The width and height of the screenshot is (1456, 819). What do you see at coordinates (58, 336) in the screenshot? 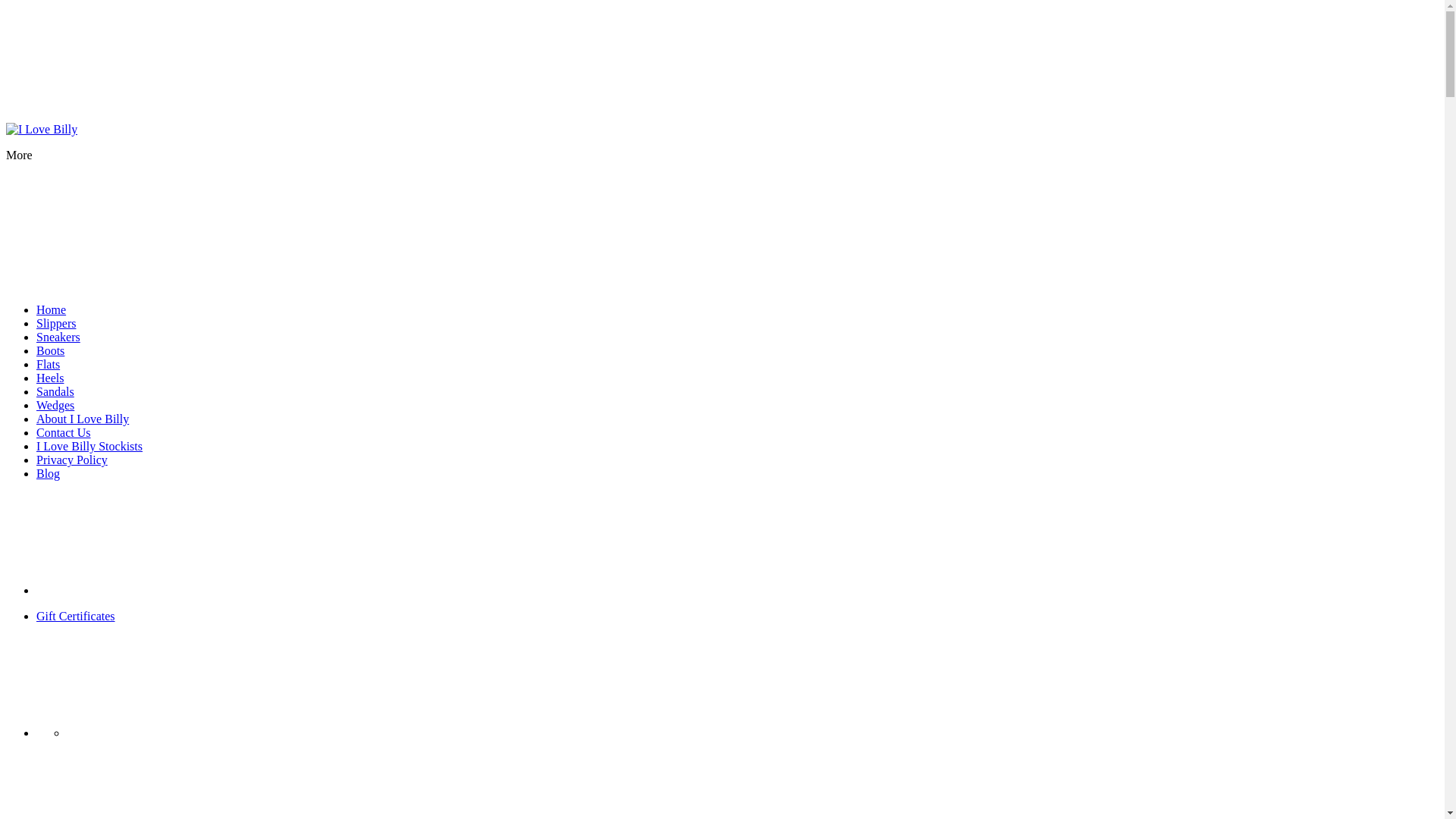
I see `'Sneakers'` at bounding box center [58, 336].